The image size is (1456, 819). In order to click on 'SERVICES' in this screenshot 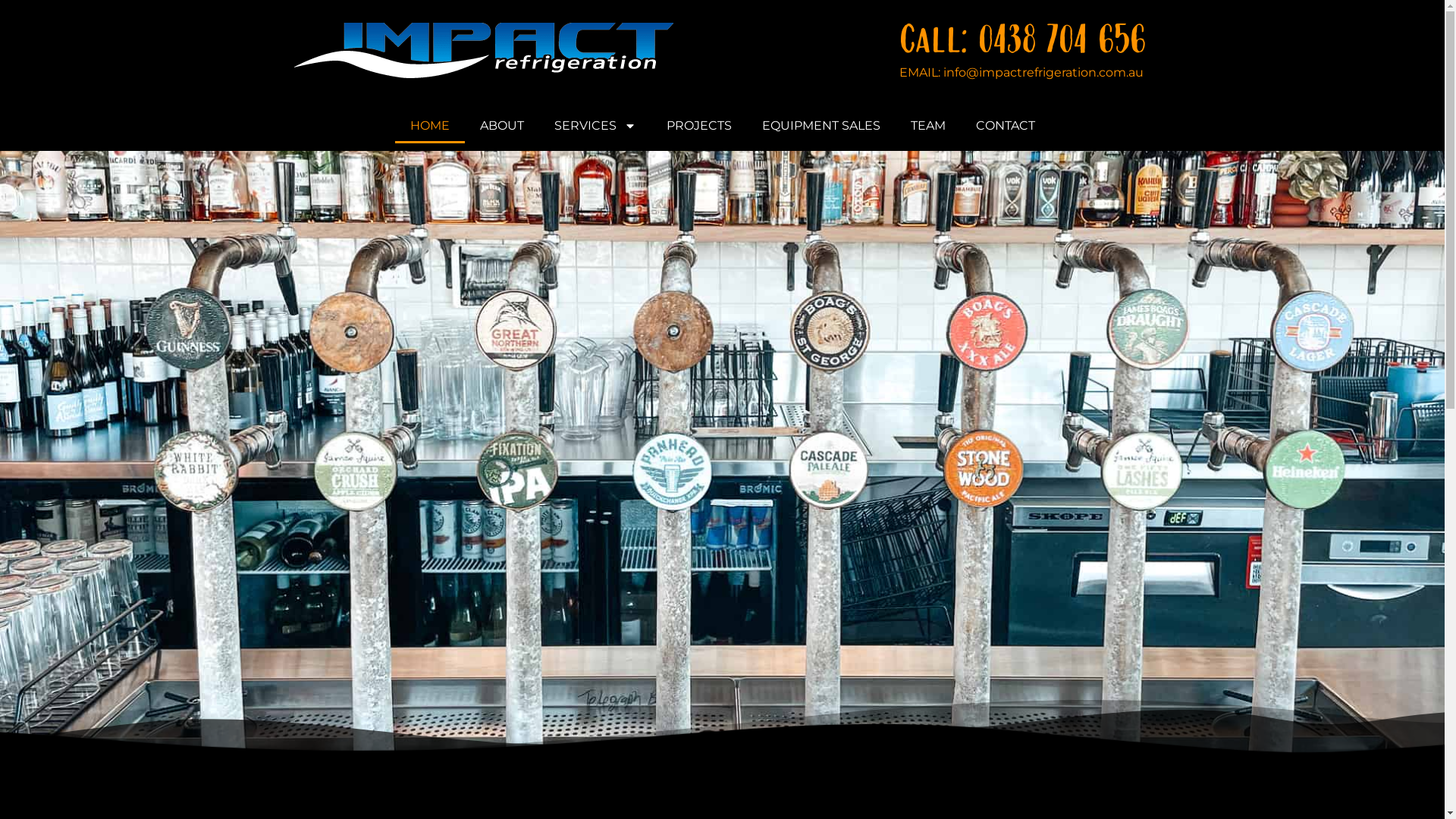, I will do `click(593, 124)`.